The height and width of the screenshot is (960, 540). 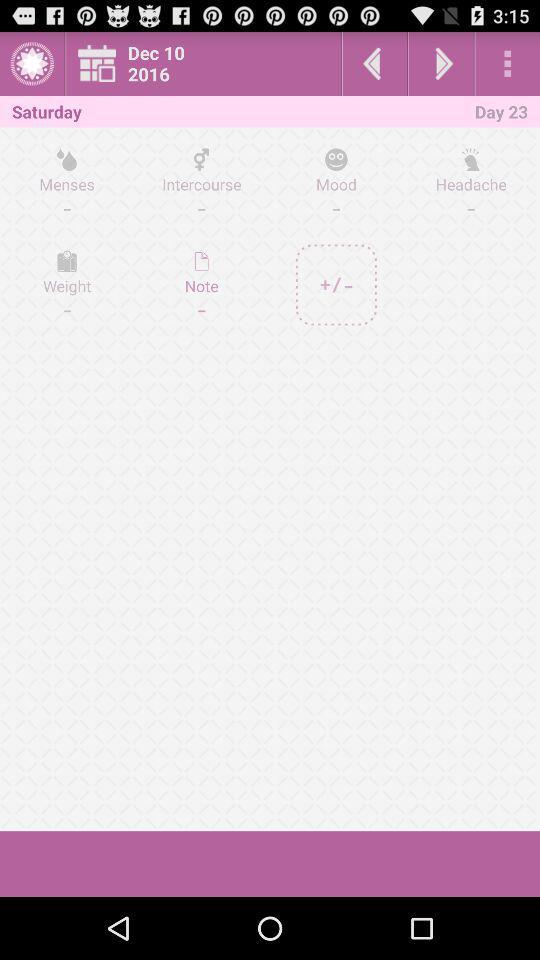 I want to click on the dec 10, so click(x=208, y=63).